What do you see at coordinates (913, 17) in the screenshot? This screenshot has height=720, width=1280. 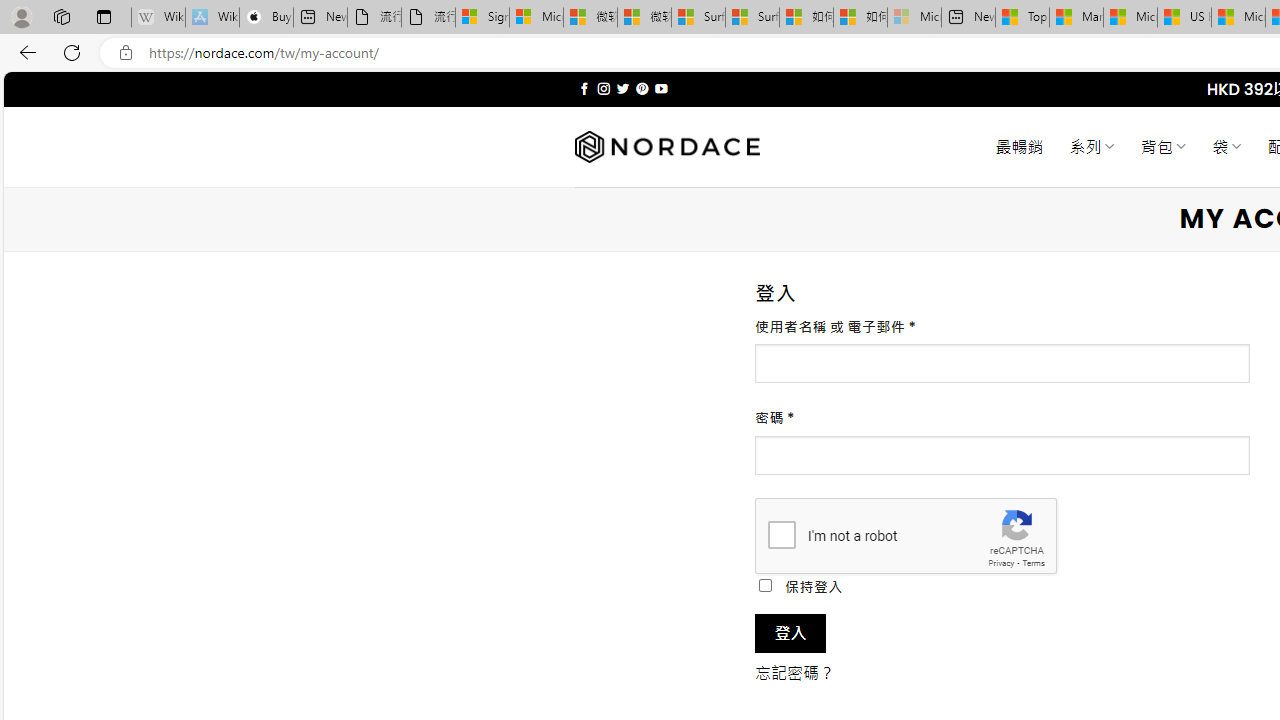 I see `'Microsoft account | Account Checkup - Sleeping'` at bounding box center [913, 17].